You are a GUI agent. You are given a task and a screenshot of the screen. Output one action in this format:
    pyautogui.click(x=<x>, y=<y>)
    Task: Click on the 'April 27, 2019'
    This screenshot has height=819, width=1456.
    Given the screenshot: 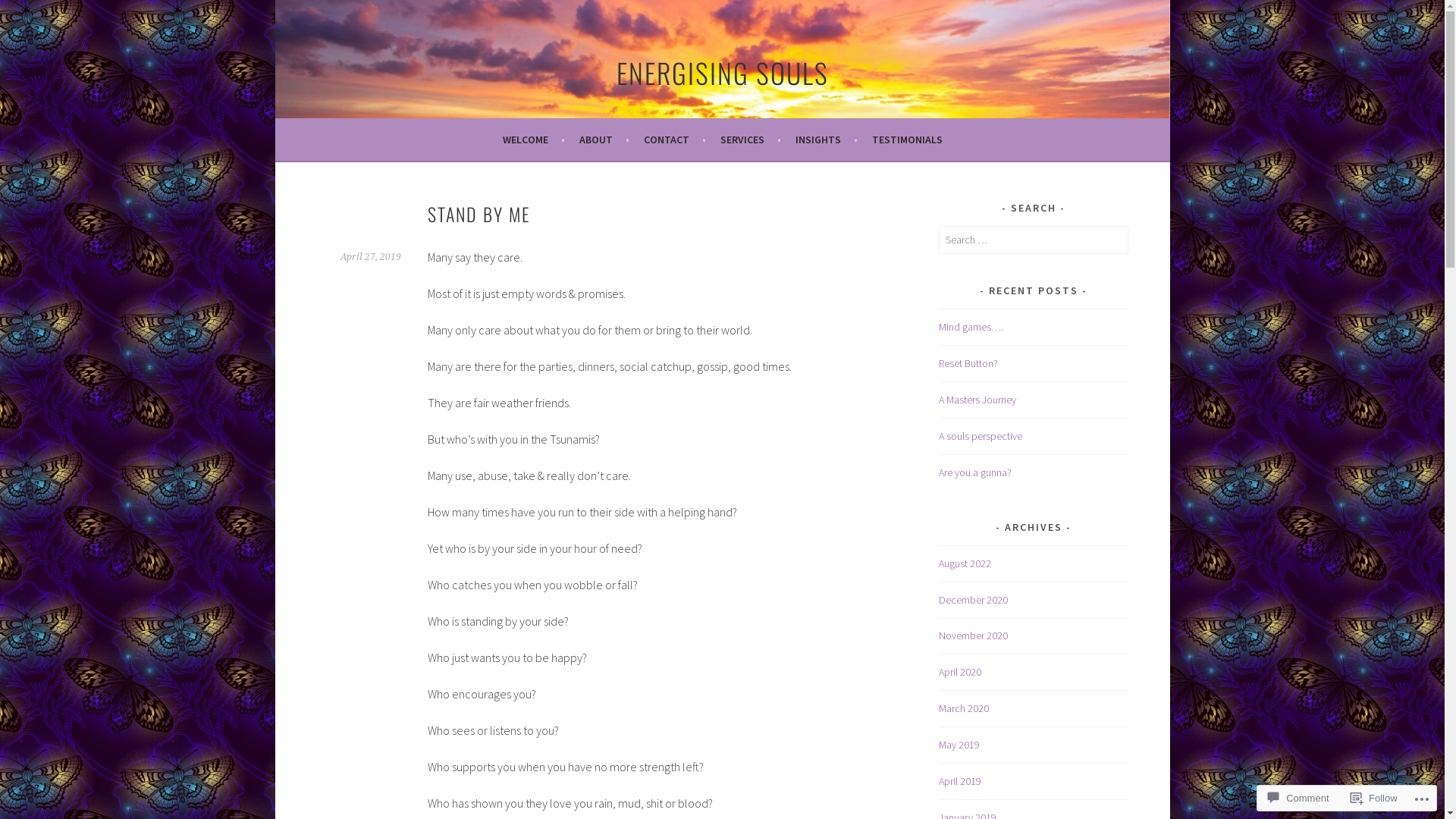 What is the action you would take?
    pyautogui.click(x=370, y=256)
    